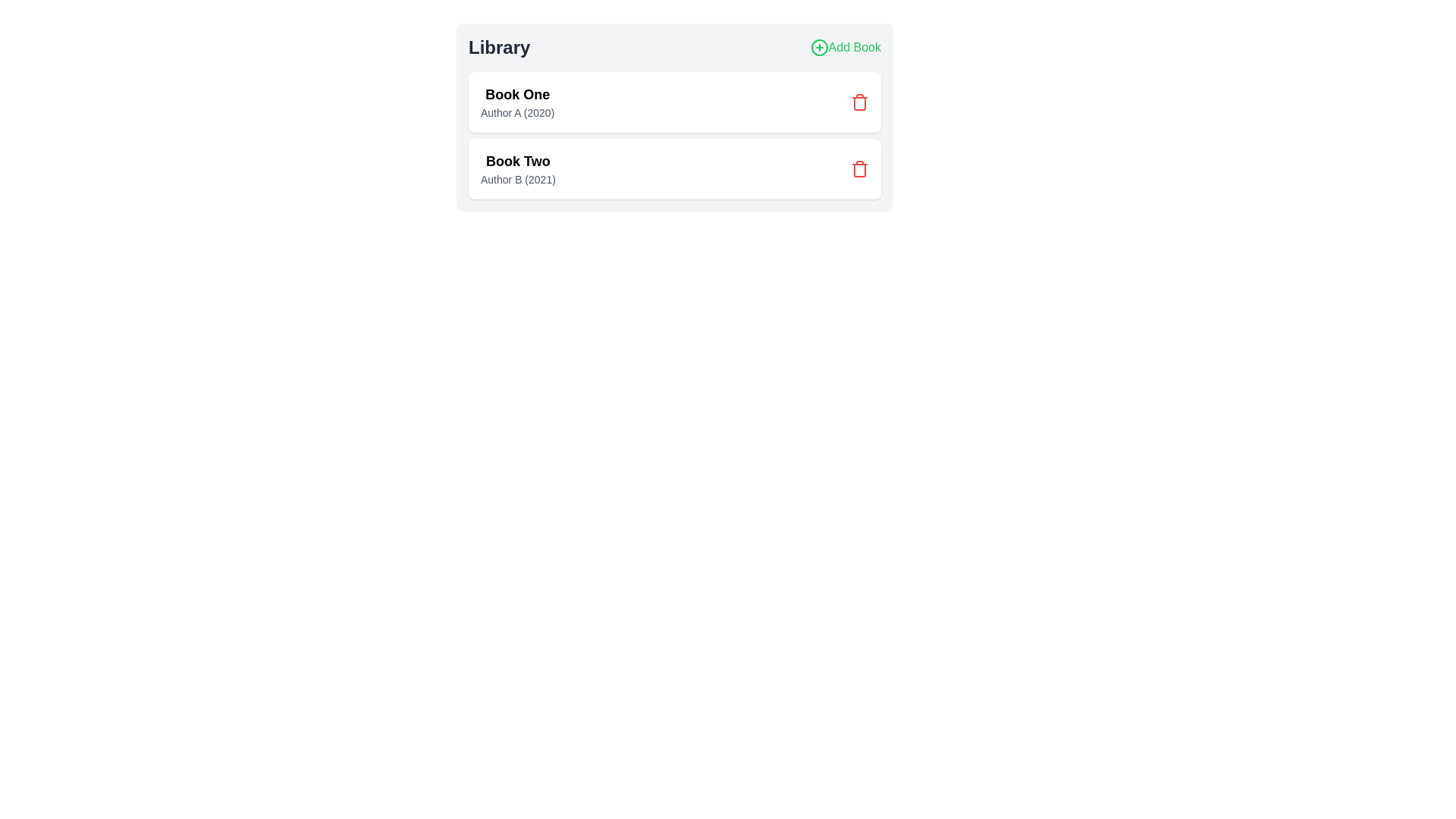 This screenshot has width=1456, height=819. What do you see at coordinates (859, 169) in the screenshot?
I see `the red trash can icon button located on the far right of the row labeled 'Book Two Author B (2021)'` at bounding box center [859, 169].